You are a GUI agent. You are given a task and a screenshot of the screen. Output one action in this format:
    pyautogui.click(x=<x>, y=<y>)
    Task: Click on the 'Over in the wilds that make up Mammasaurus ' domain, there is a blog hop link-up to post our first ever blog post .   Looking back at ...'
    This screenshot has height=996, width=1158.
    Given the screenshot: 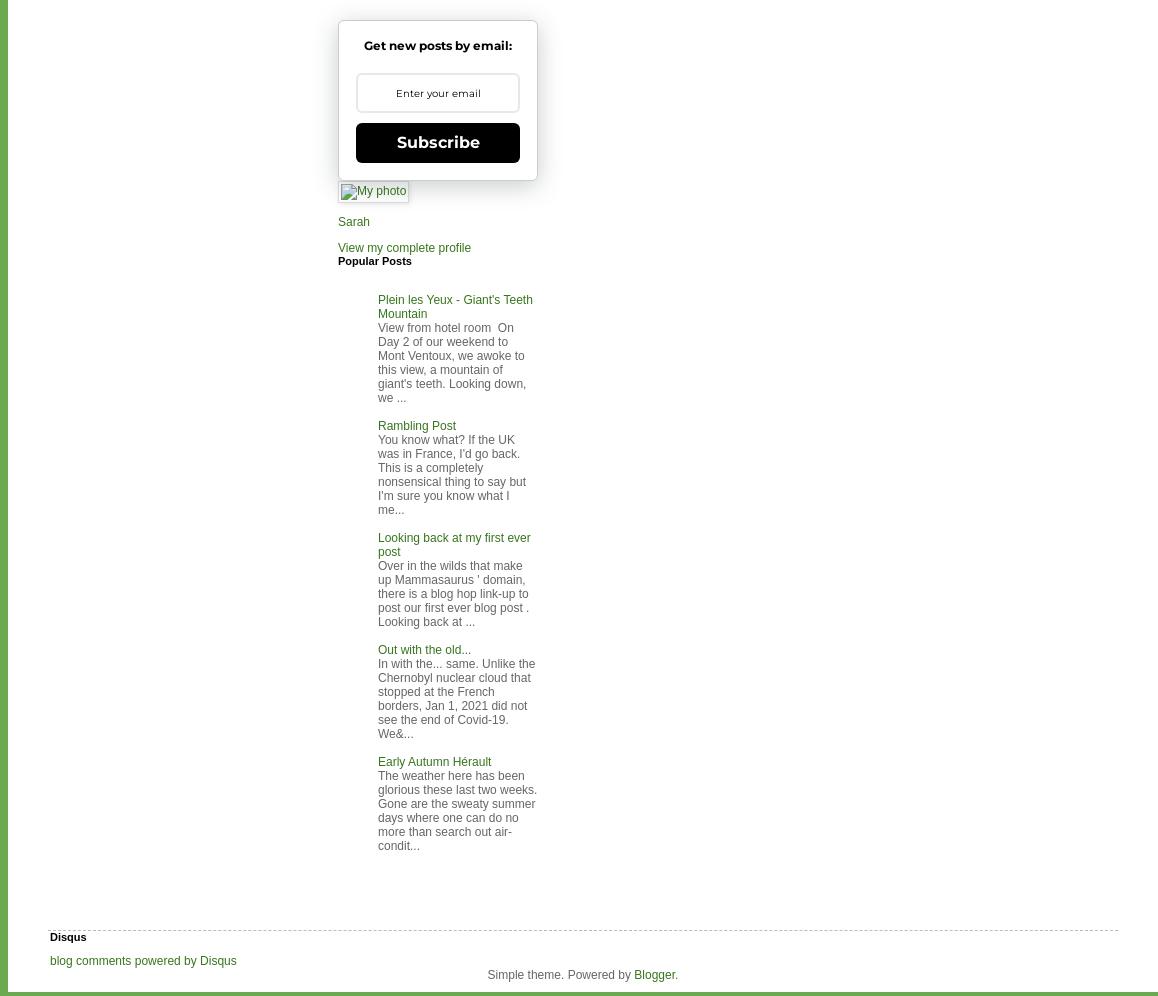 What is the action you would take?
    pyautogui.click(x=453, y=594)
    